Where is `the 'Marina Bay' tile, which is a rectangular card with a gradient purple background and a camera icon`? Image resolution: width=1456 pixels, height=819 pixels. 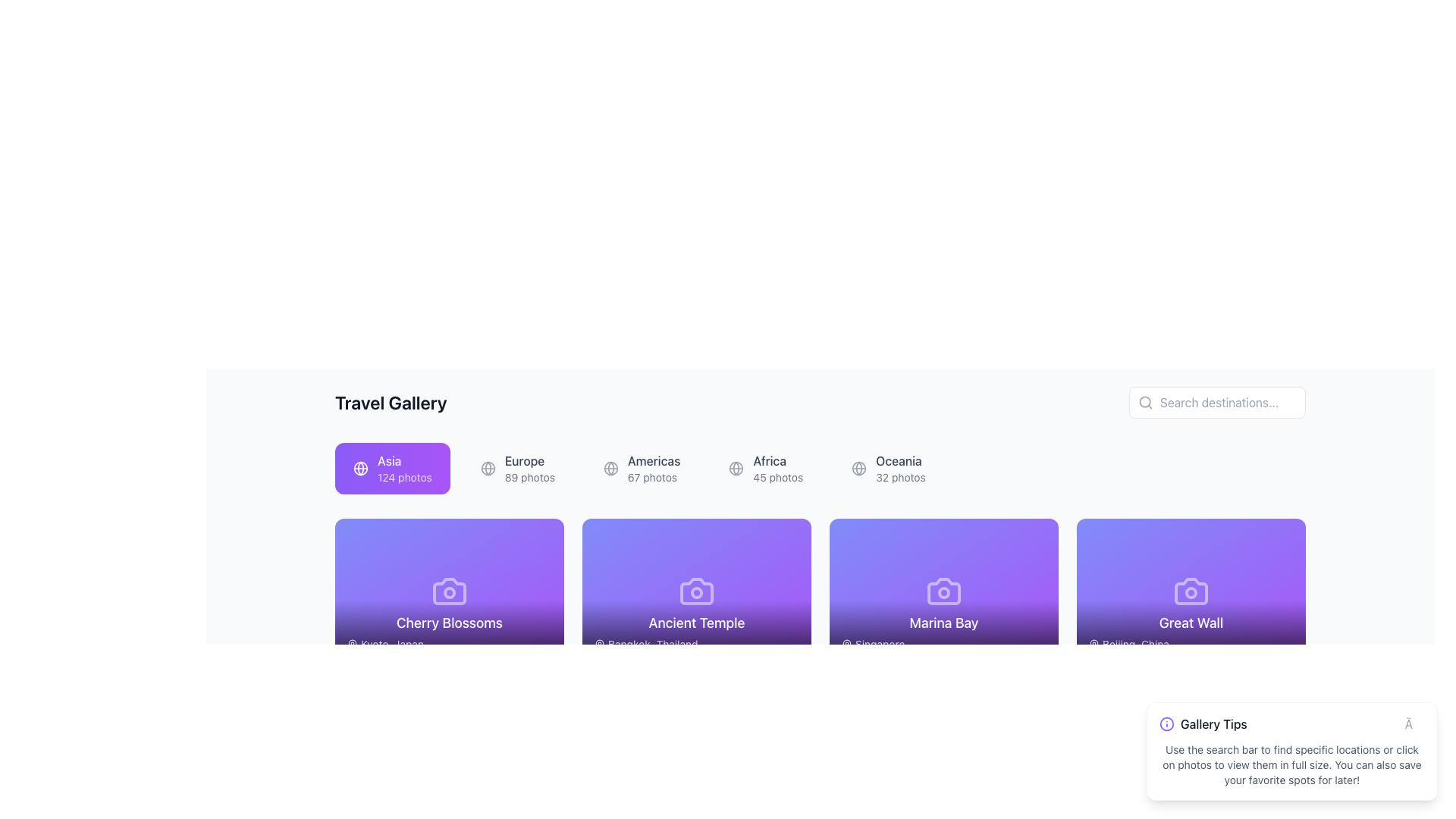 the 'Marina Bay' tile, which is a rectangular card with a gradient purple background and a camera icon is located at coordinates (943, 590).